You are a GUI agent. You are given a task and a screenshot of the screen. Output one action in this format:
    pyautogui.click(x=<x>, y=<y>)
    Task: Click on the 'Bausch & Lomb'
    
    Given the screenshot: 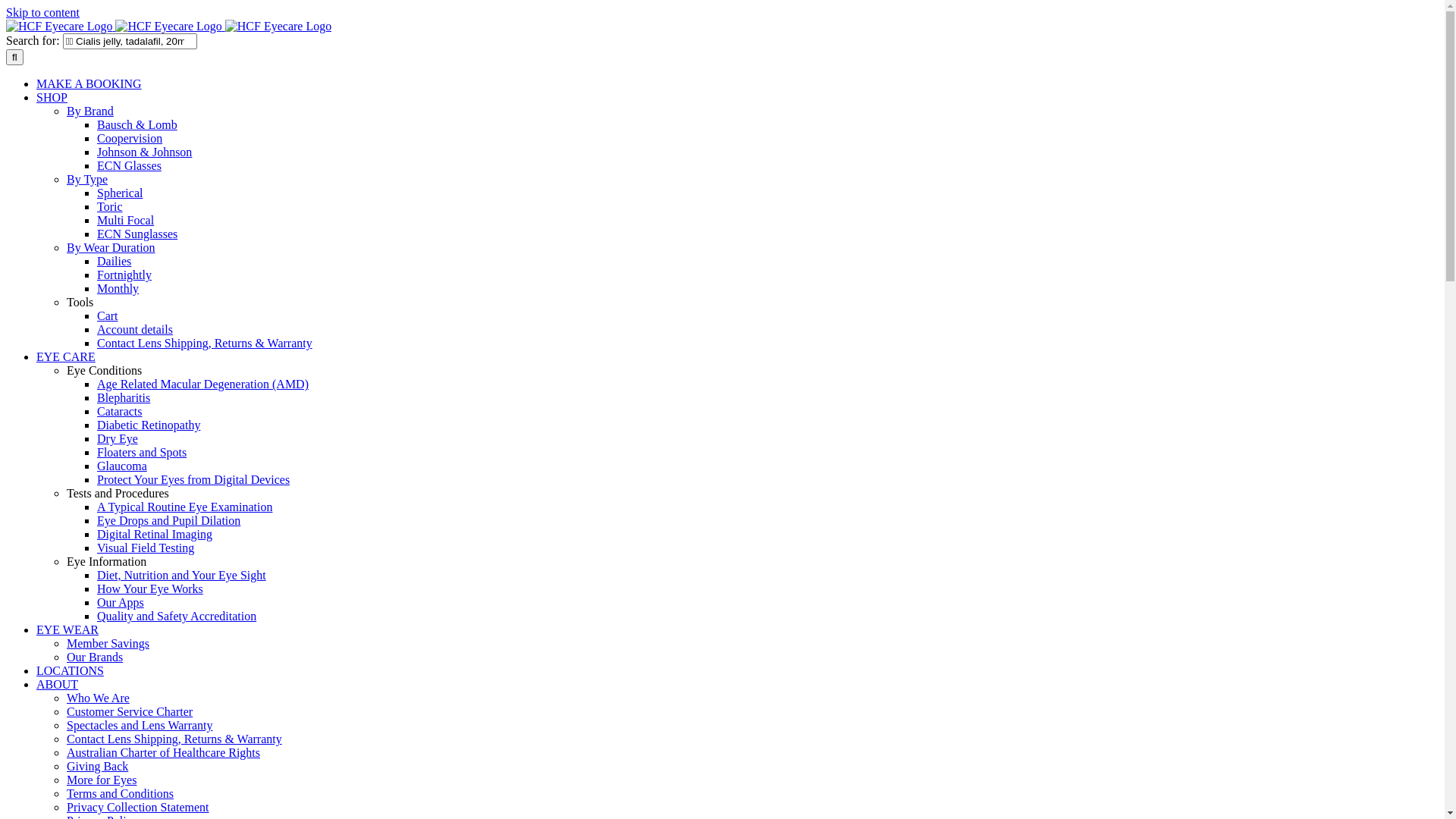 What is the action you would take?
    pyautogui.click(x=137, y=124)
    